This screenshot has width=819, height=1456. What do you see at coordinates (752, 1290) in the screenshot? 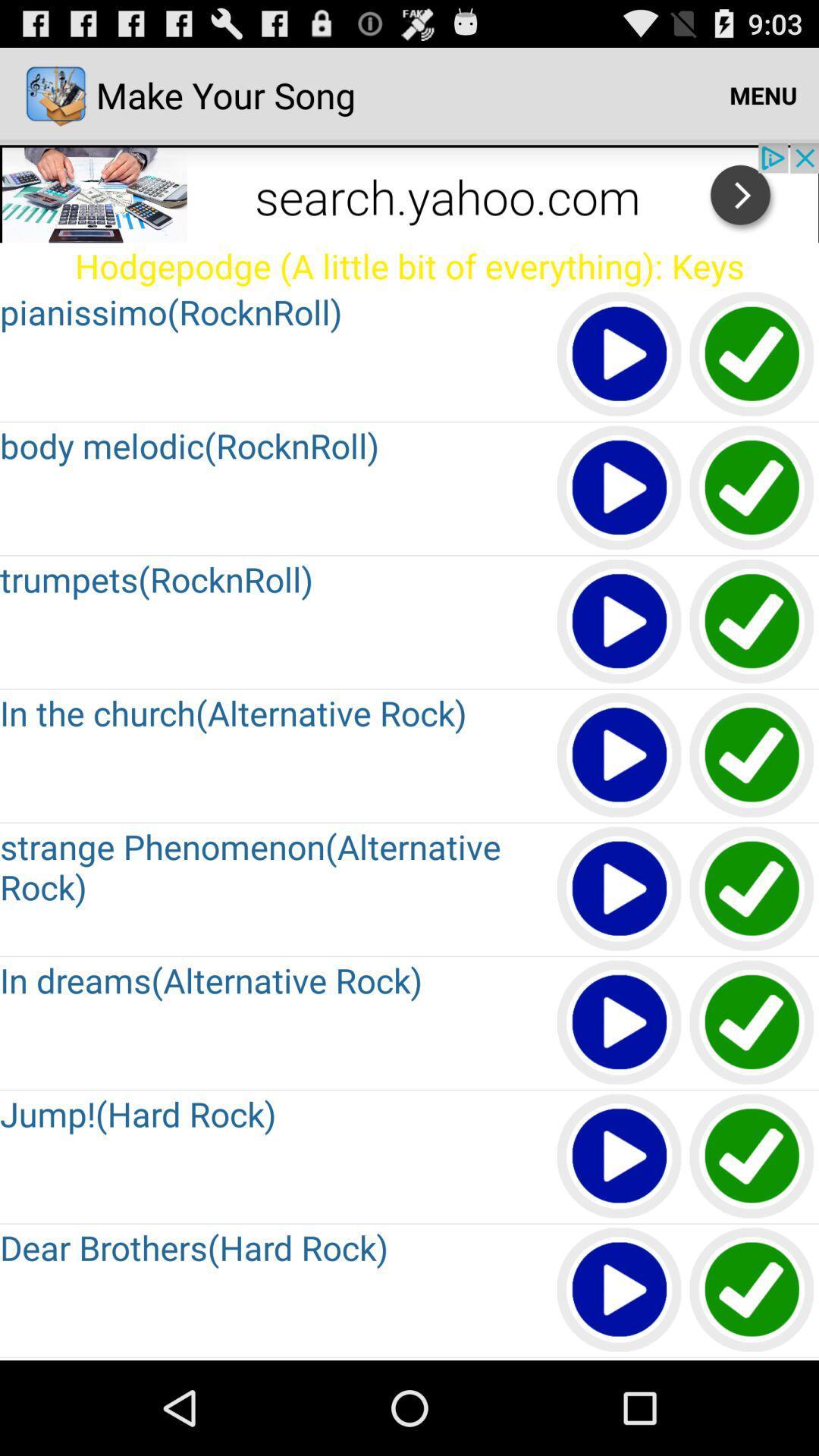
I see `the audio` at bounding box center [752, 1290].